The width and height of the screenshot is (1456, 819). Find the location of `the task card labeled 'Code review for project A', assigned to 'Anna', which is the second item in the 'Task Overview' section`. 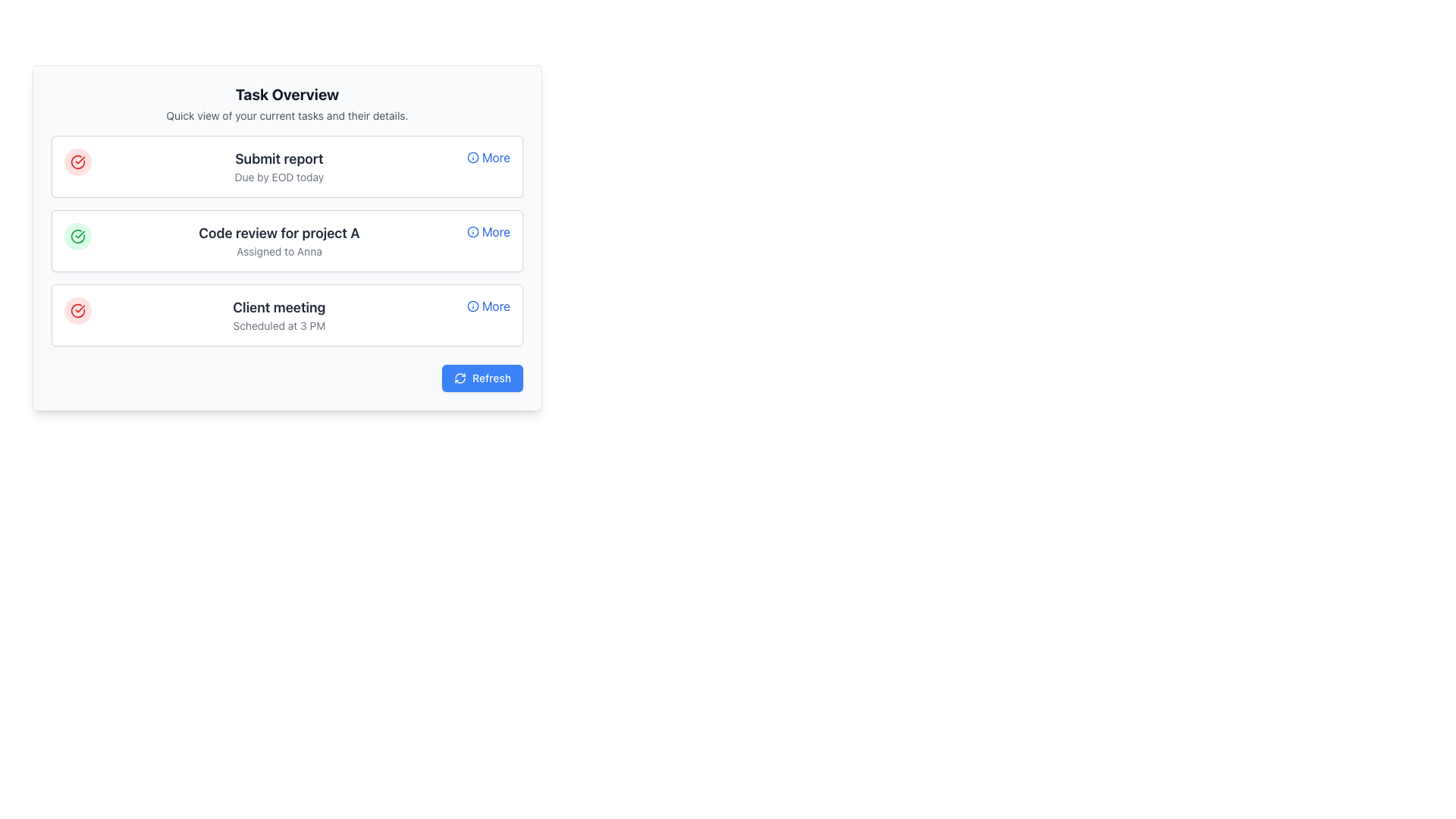

the task card labeled 'Code review for project A', assigned to 'Anna', which is the second item in the 'Task Overview' section is located at coordinates (287, 240).